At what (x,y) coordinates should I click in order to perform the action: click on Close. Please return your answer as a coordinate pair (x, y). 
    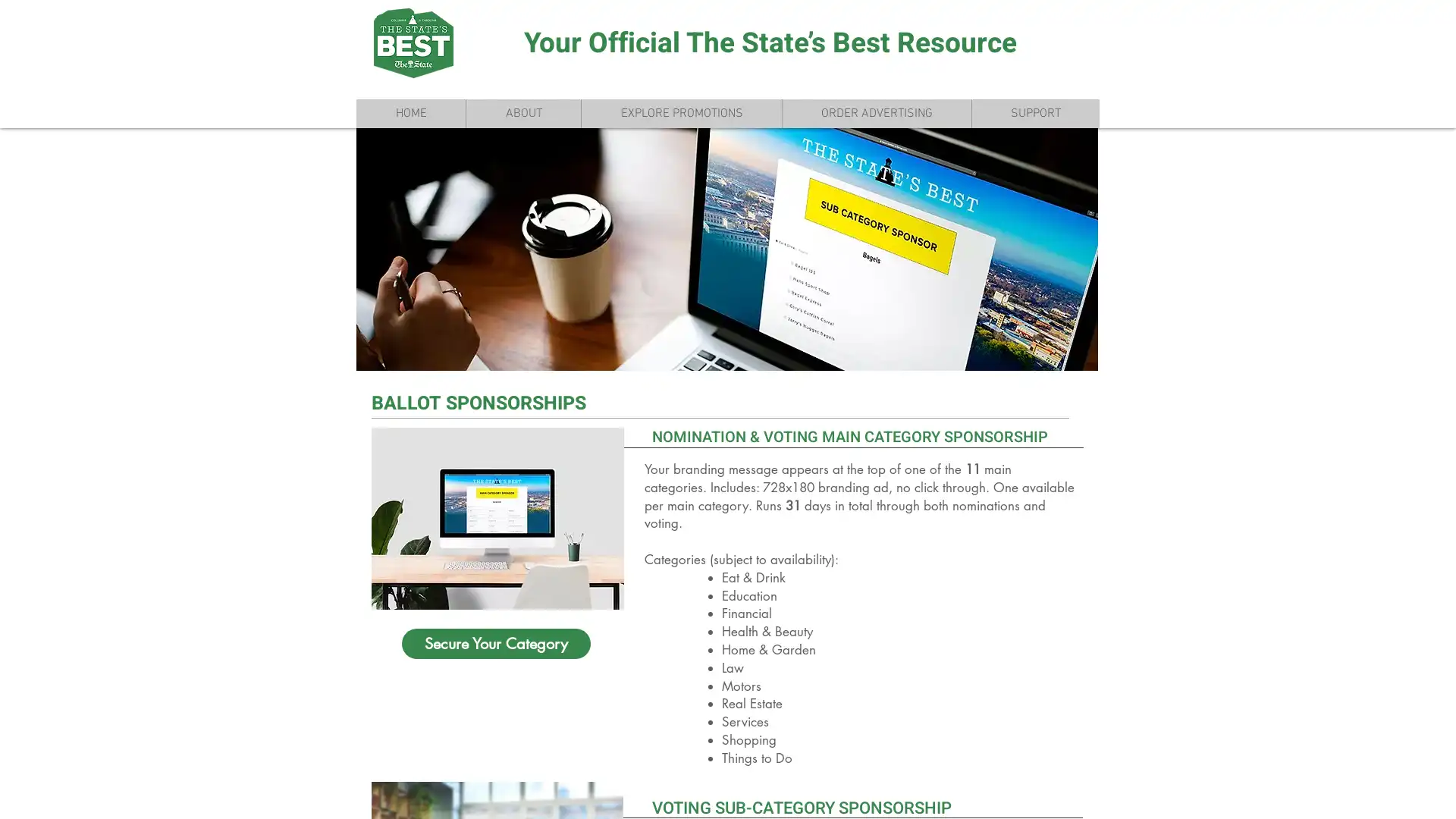
    Looking at the image, I should click on (1437, 794).